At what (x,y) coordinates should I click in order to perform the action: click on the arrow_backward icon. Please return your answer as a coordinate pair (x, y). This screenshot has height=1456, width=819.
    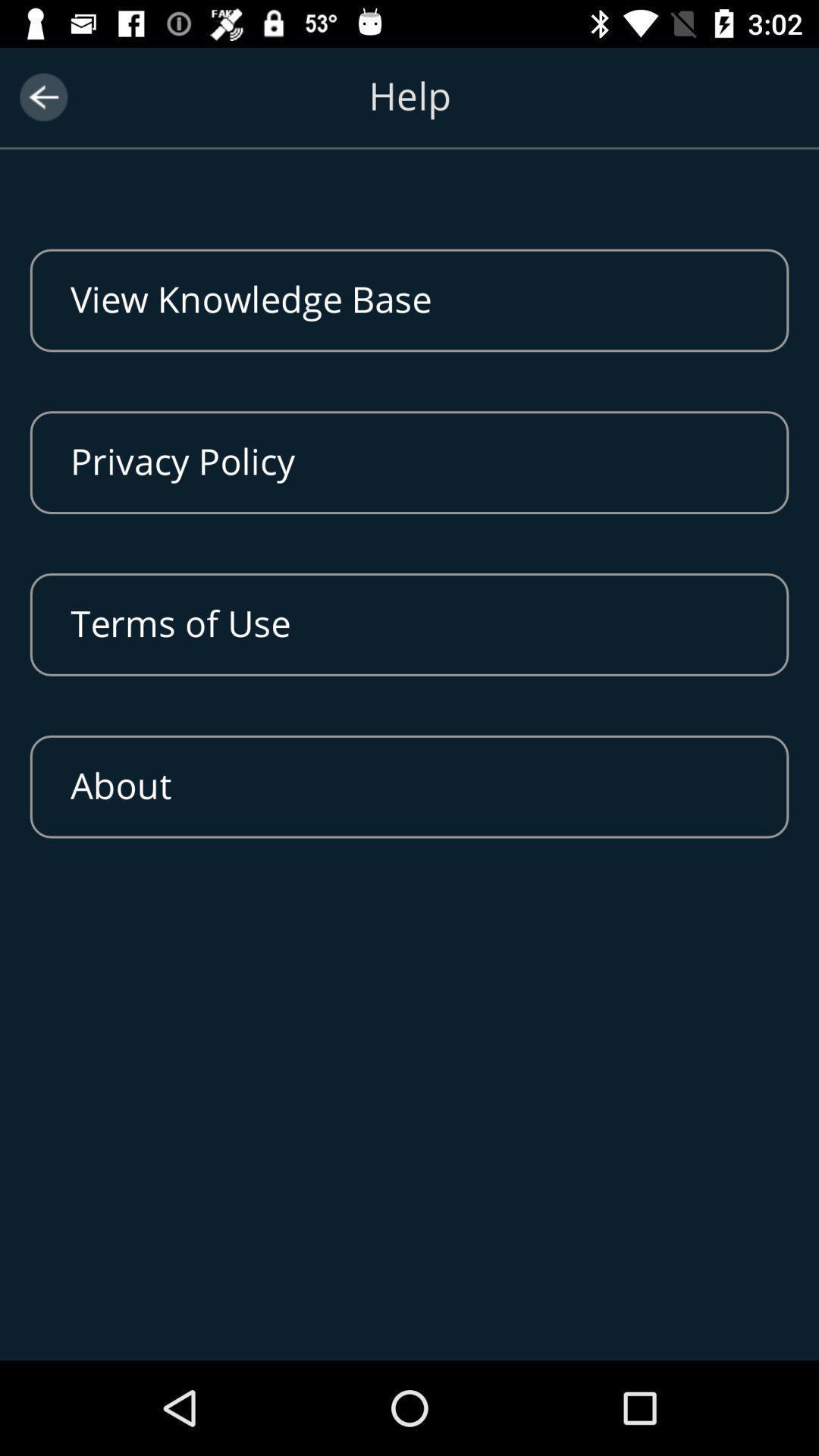
    Looking at the image, I should click on (42, 96).